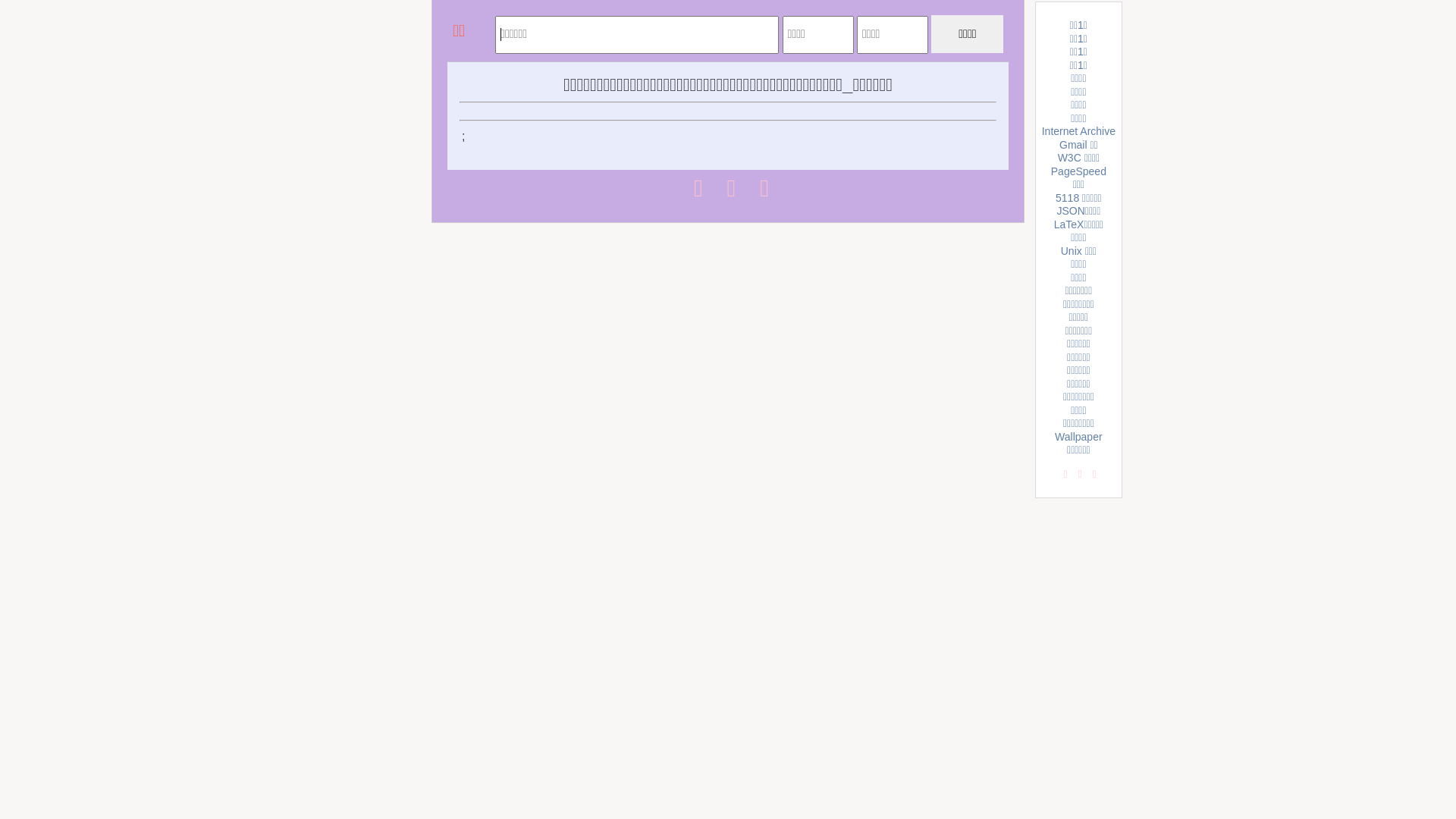  Describe the element at coordinates (1050, 171) in the screenshot. I see `'PageSpeed'` at that location.